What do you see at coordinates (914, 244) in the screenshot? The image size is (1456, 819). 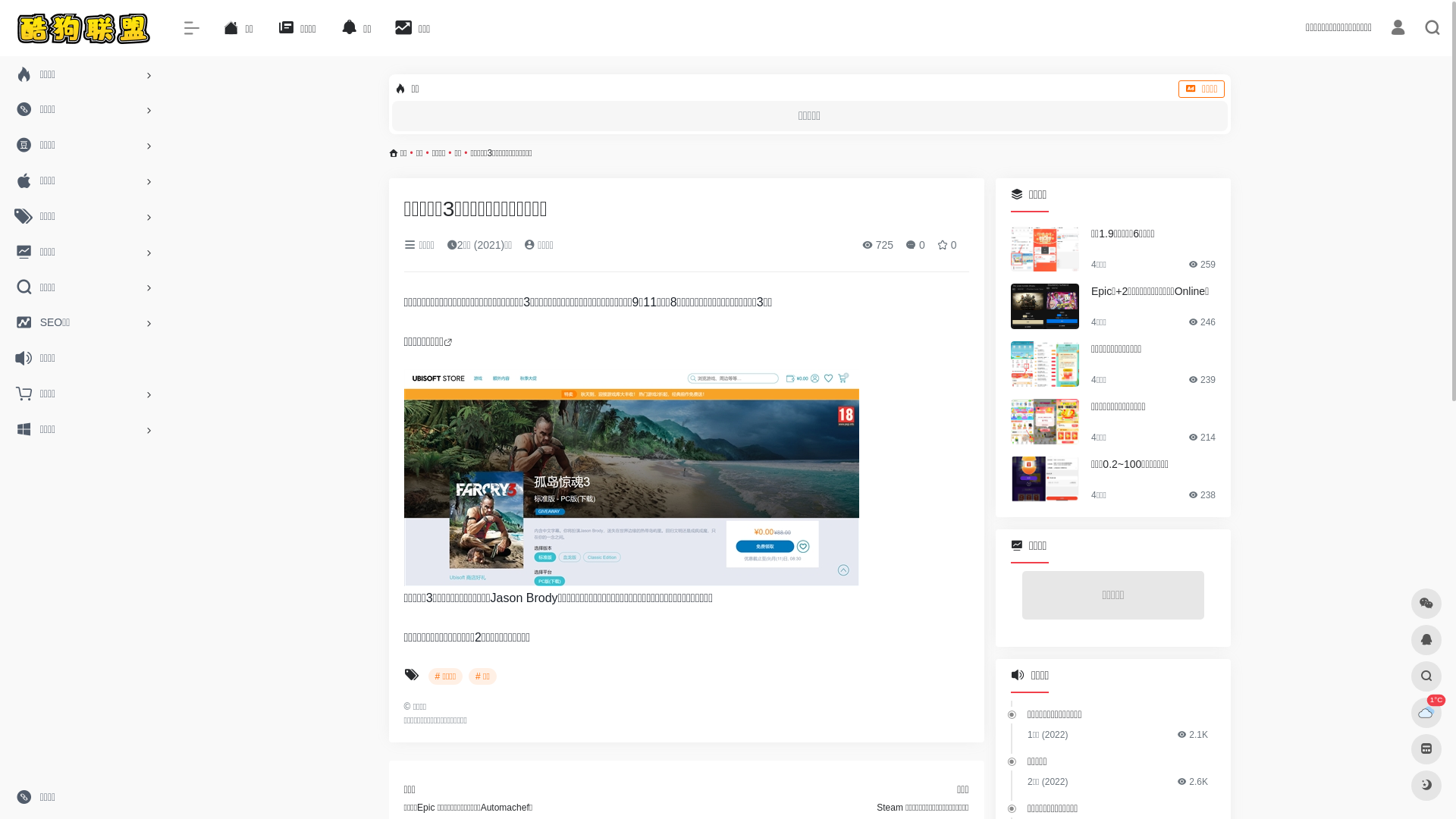 I see `'0'` at bounding box center [914, 244].